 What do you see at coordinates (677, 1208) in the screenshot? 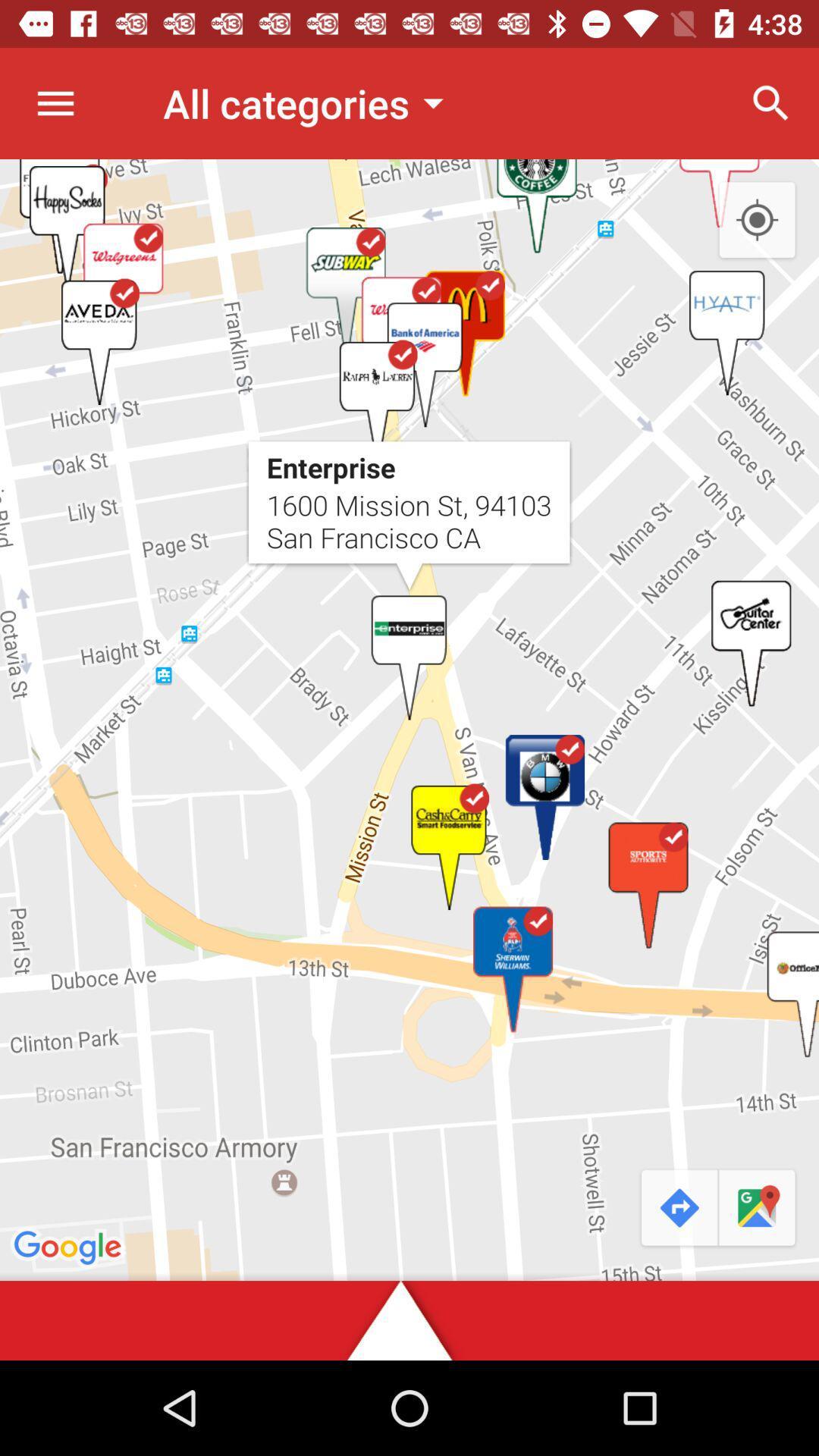
I see `the redo icon` at bounding box center [677, 1208].